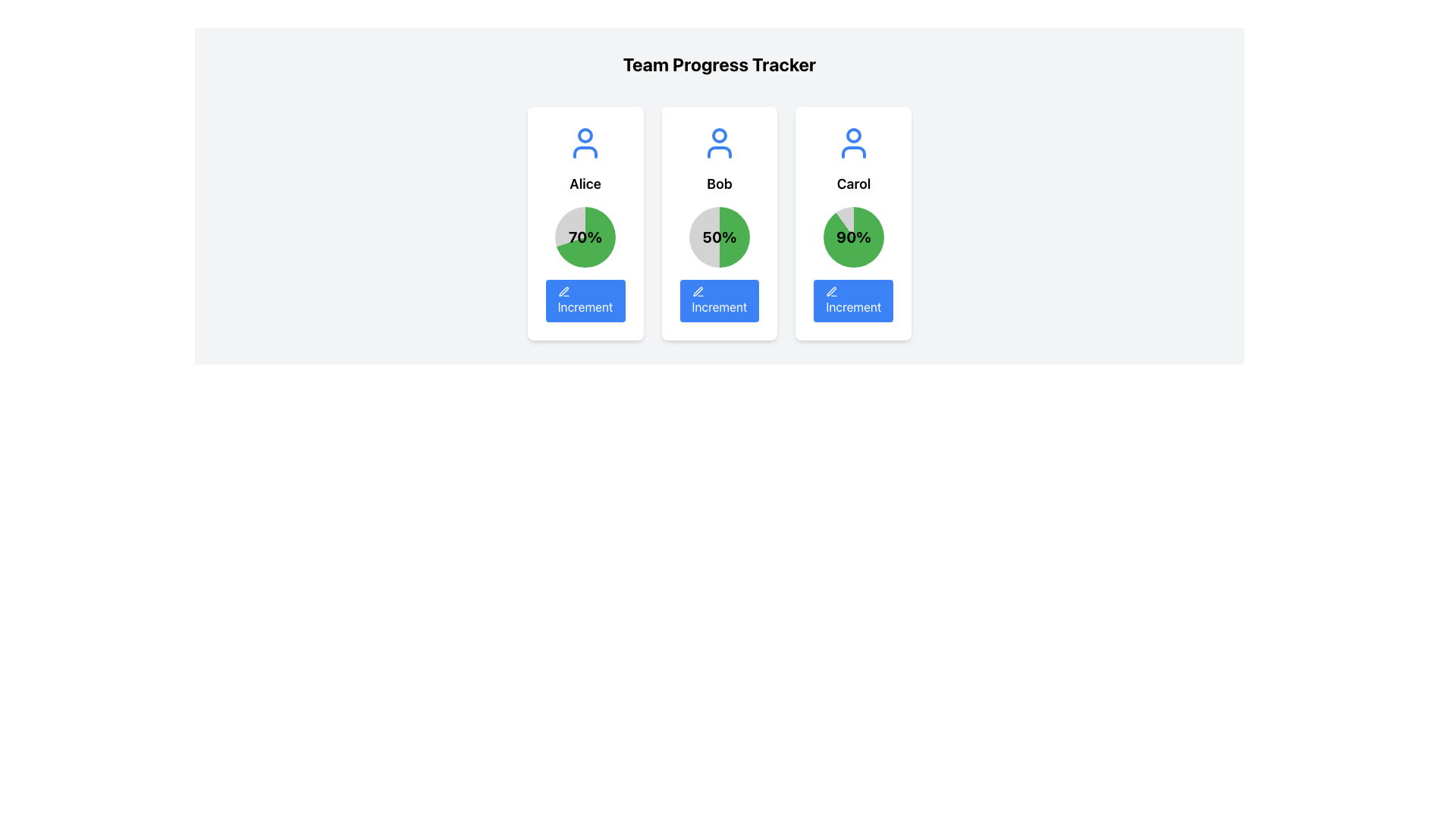  I want to click on percentage value displayed inside the circular progress indicator located in the card labeled 'Carol', which is the third card from the left, so click(853, 237).